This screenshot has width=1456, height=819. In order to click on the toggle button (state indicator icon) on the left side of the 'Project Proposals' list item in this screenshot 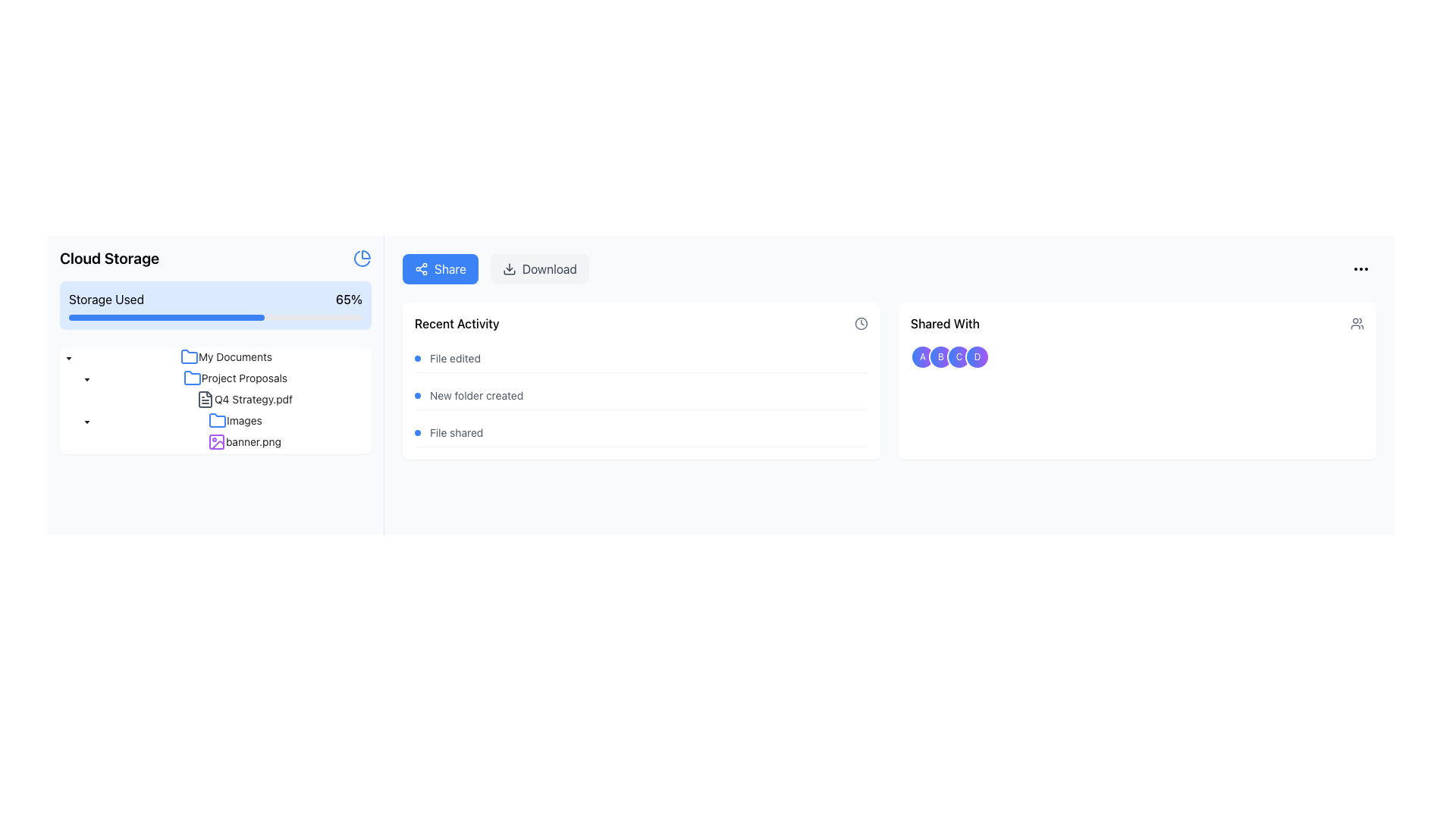, I will do `click(86, 377)`.